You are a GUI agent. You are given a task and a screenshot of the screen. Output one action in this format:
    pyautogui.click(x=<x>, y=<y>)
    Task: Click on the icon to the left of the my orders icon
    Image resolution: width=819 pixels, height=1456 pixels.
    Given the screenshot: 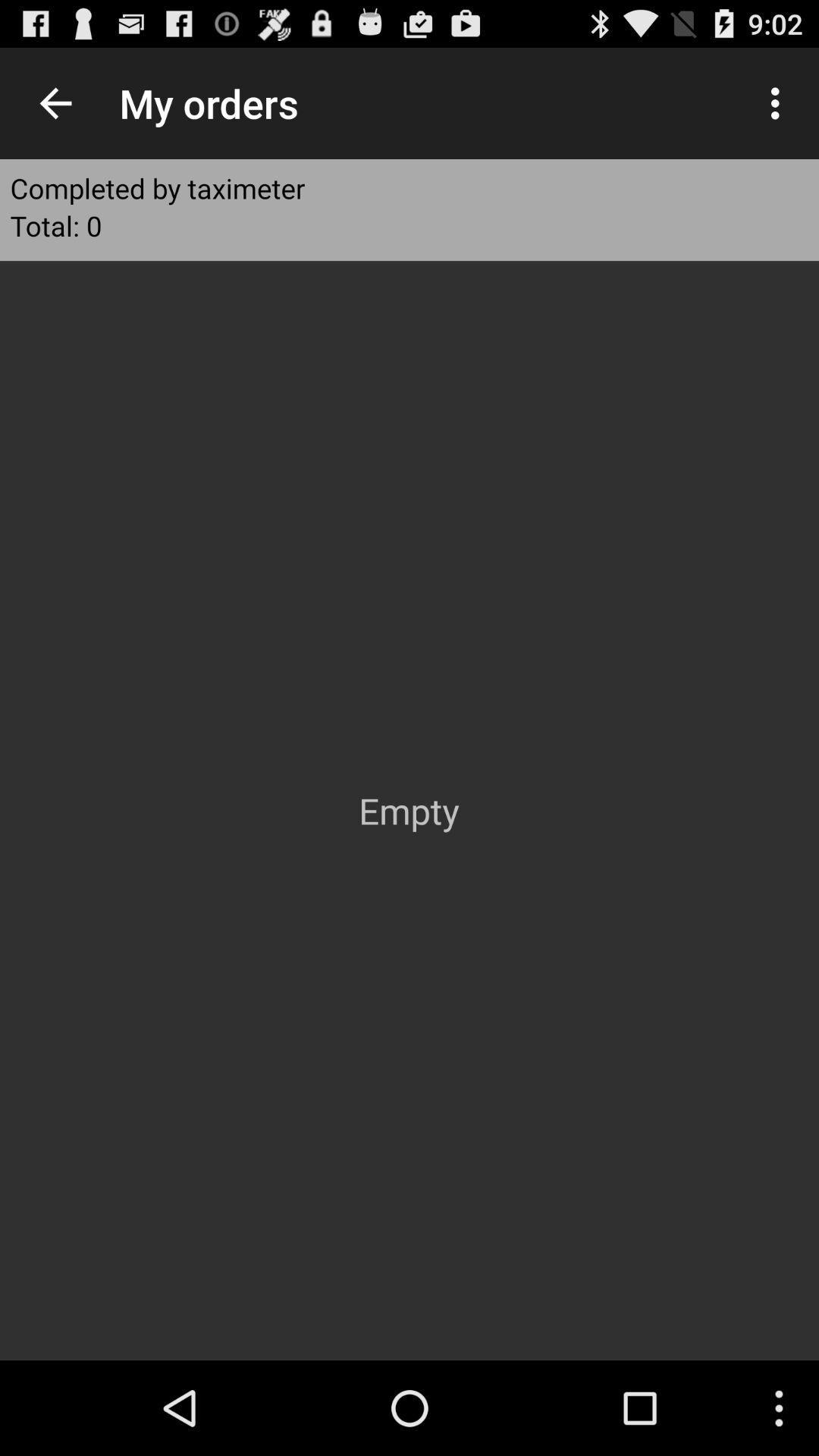 What is the action you would take?
    pyautogui.click(x=55, y=102)
    